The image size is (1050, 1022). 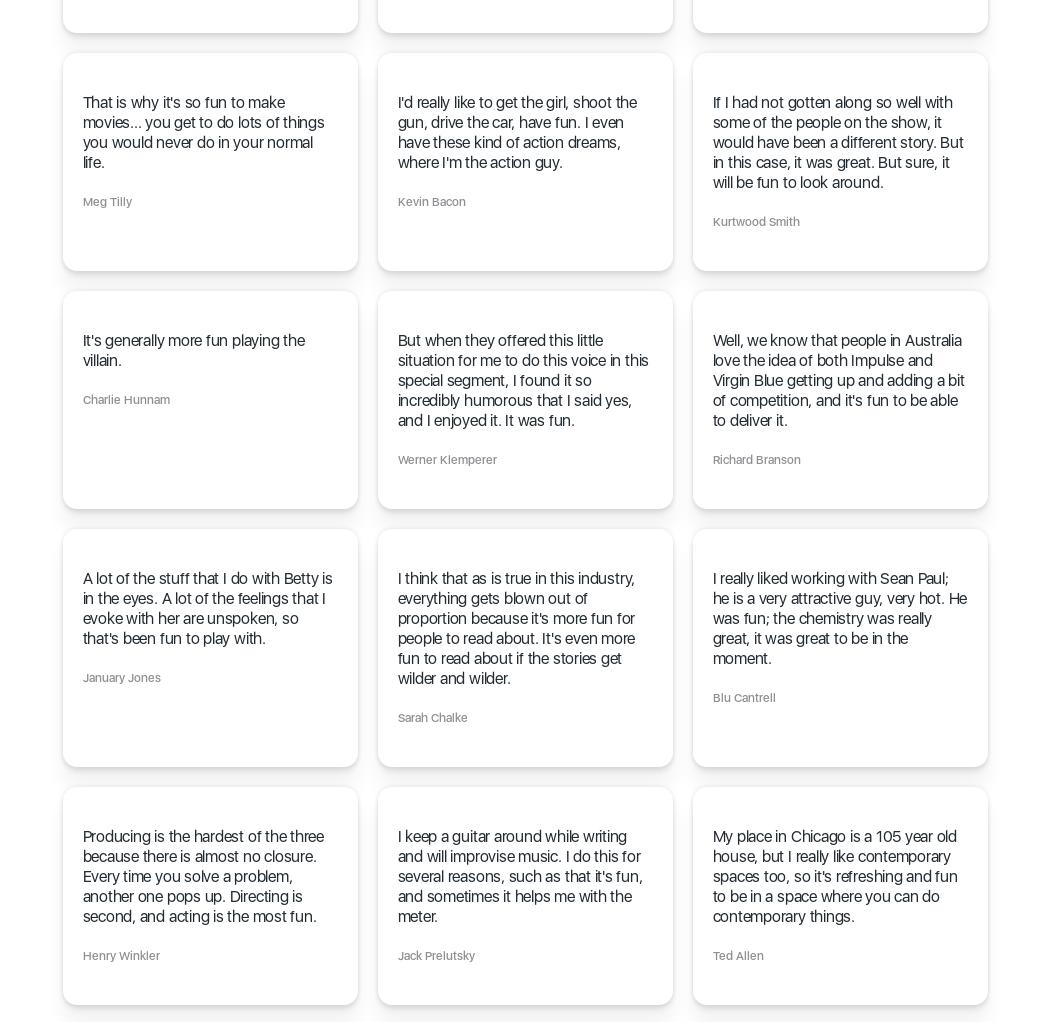 What do you see at coordinates (397, 202) in the screenshot?
I see `'Kevin Bacon'` at bounding box center [397, 202].